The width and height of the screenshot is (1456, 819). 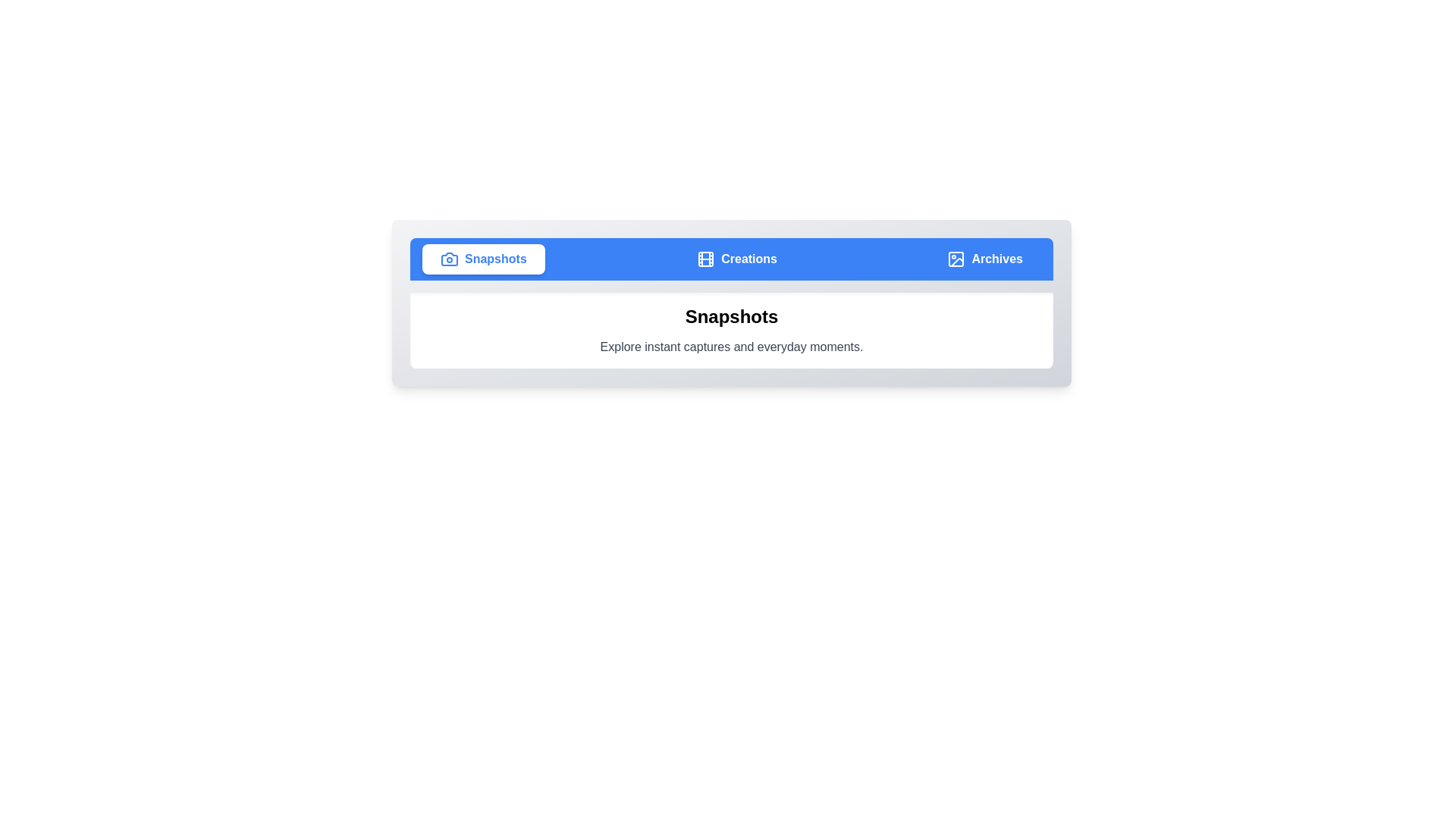 I want to click on the tab with the label Archives, so click(x=985, y=259).